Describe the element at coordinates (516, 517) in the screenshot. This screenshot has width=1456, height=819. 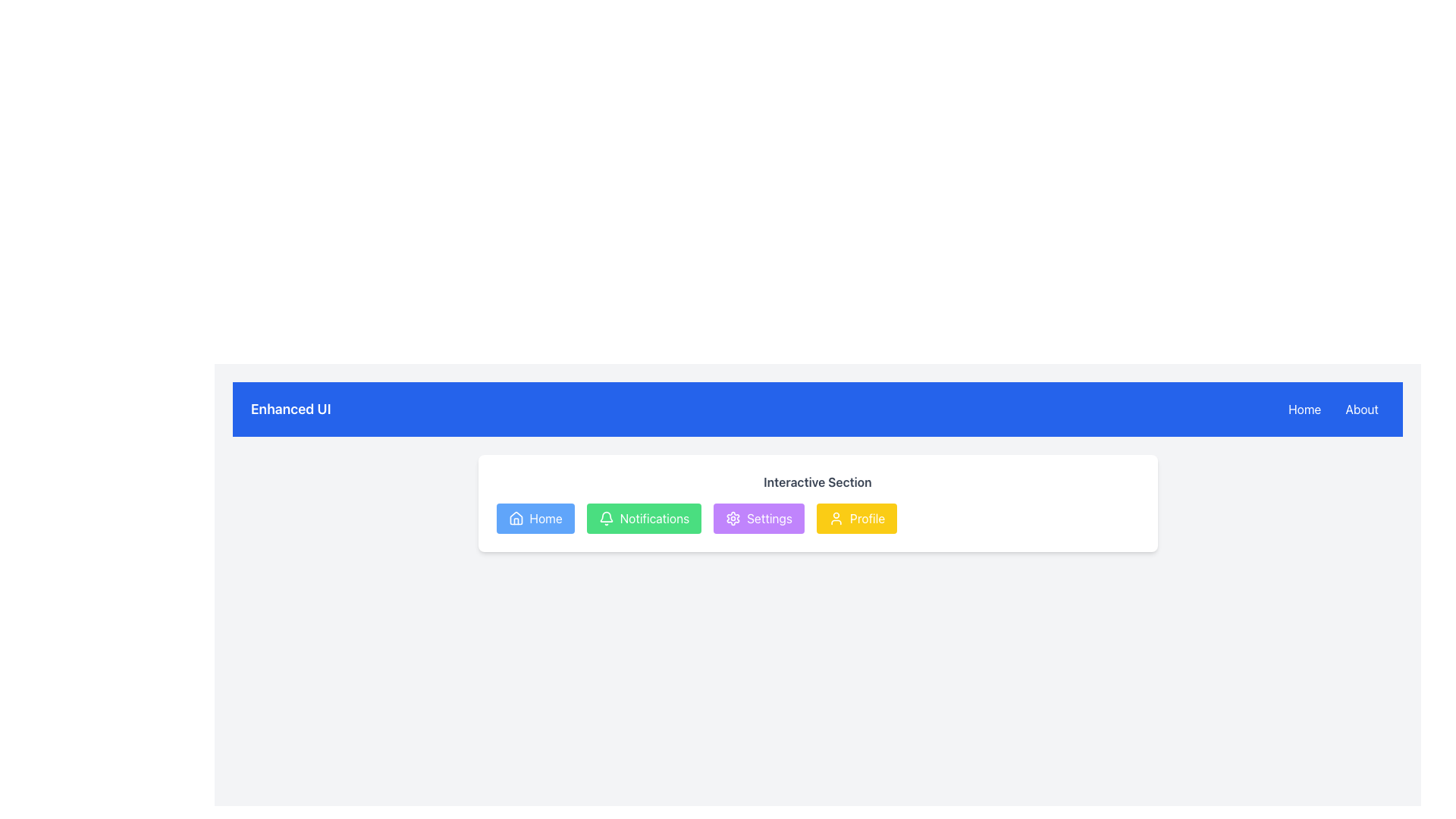
I see `the blue 'Home' button containing the miniature house icon with a triangular roof and vertical lines, located in the top-left area of the interactive section` at that location.